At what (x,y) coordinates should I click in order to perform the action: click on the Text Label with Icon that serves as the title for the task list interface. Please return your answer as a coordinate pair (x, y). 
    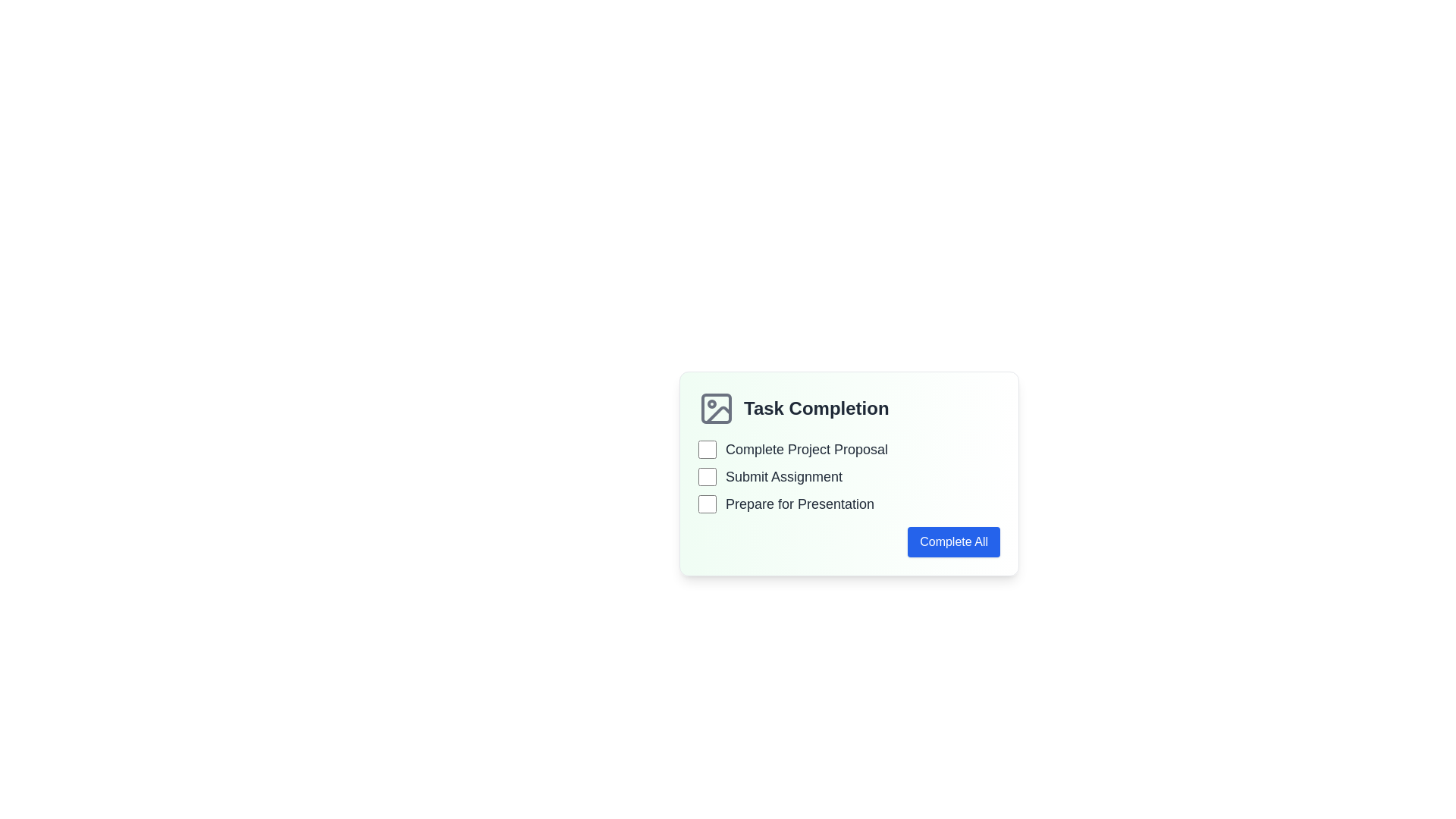
    Looking at the image, I should click on (848, 408).